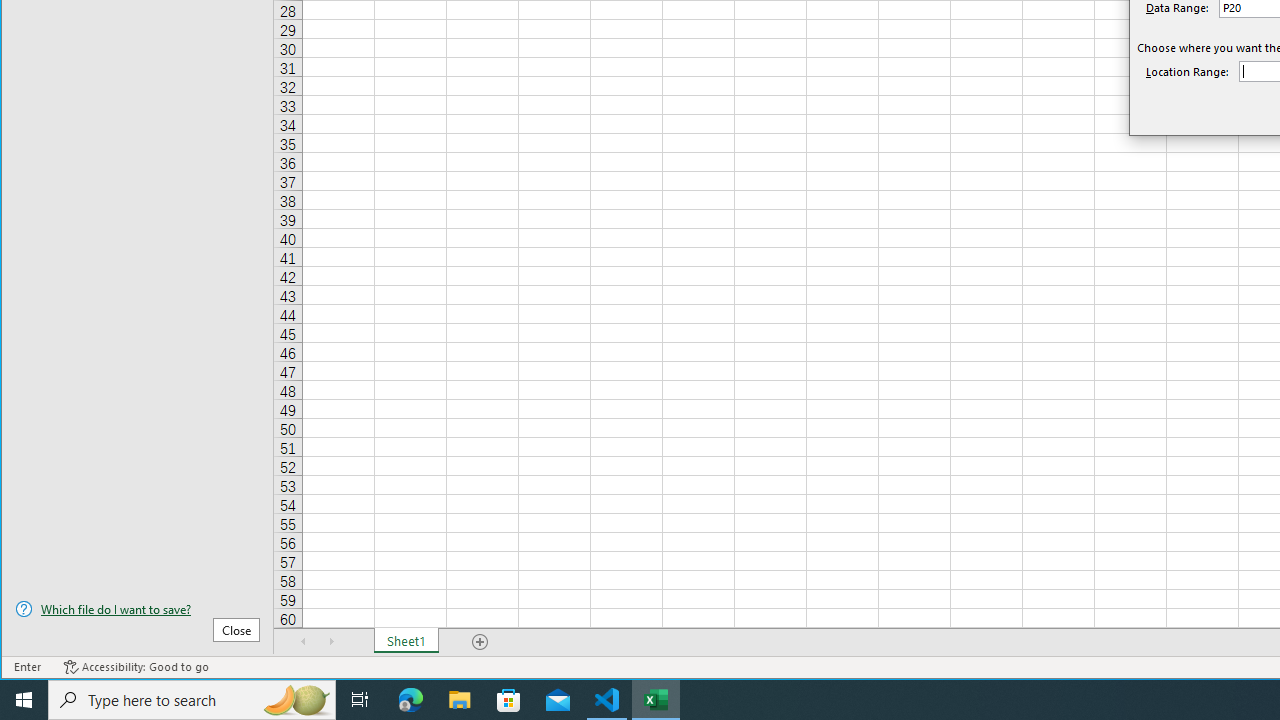 This screenshot has height=720, width=1280. What do you see at coordinates (459, 698) in the screenshot?
I see `'File Explorer'` at bounding box center [459, 698].